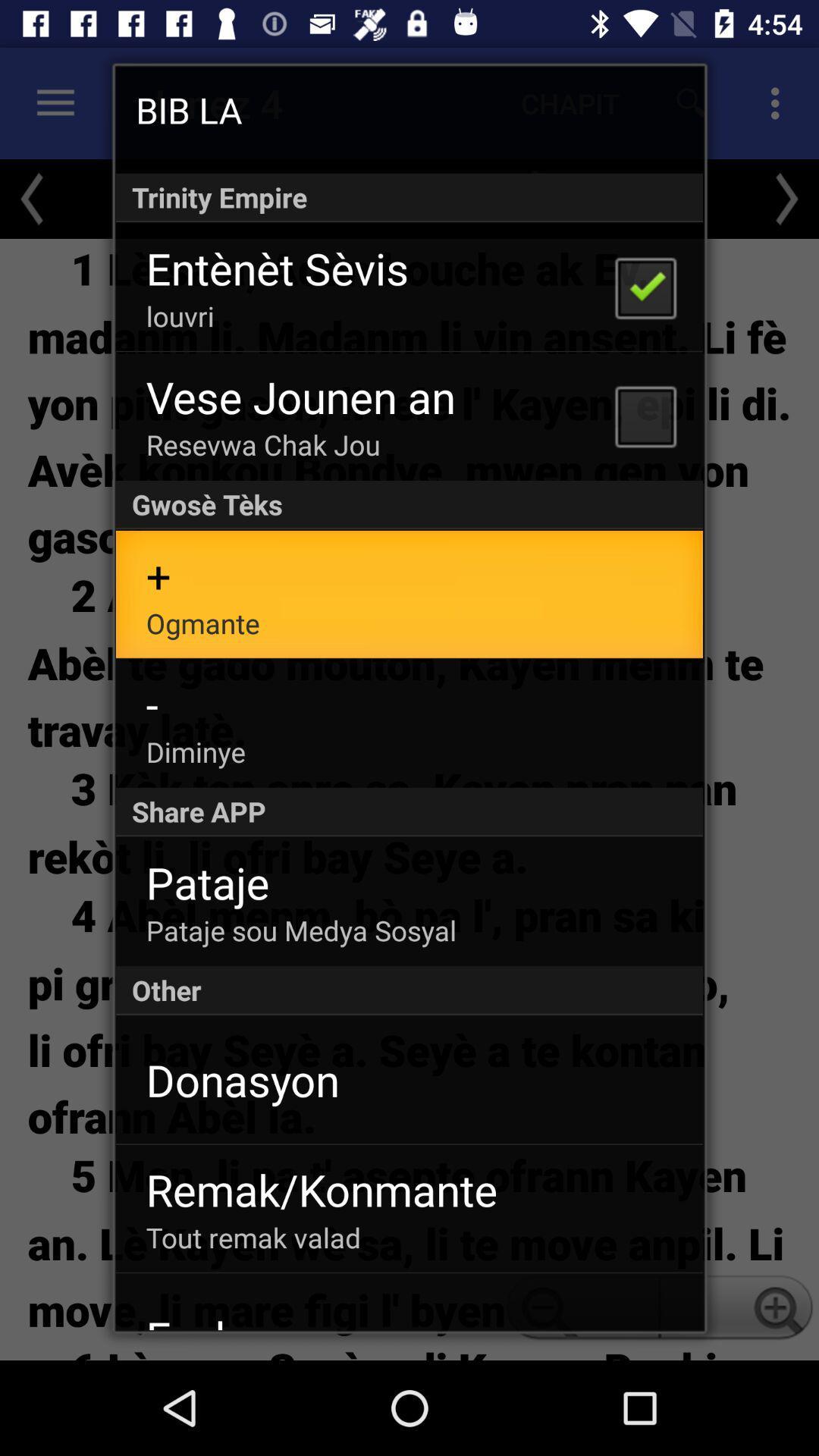 This screenshot has width=819, height=1456. Describe the element at coordinates (409, 990) in the screenshot. I see `the icon below pataje sou medya app` at that location.